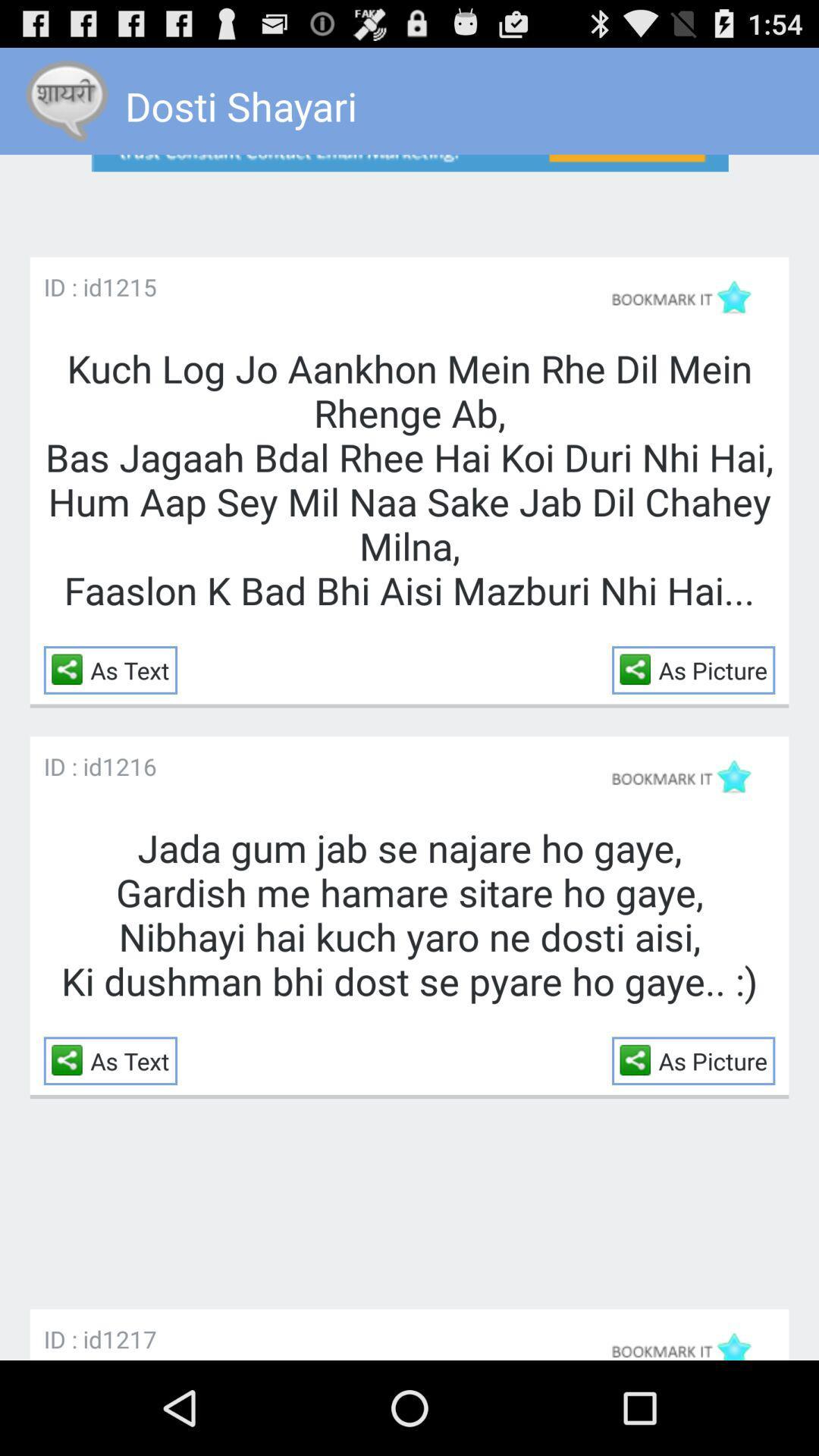  Describe the element at coordinates (639, 668) in the screenshot. I see `icon next to the as picture item` at that location.